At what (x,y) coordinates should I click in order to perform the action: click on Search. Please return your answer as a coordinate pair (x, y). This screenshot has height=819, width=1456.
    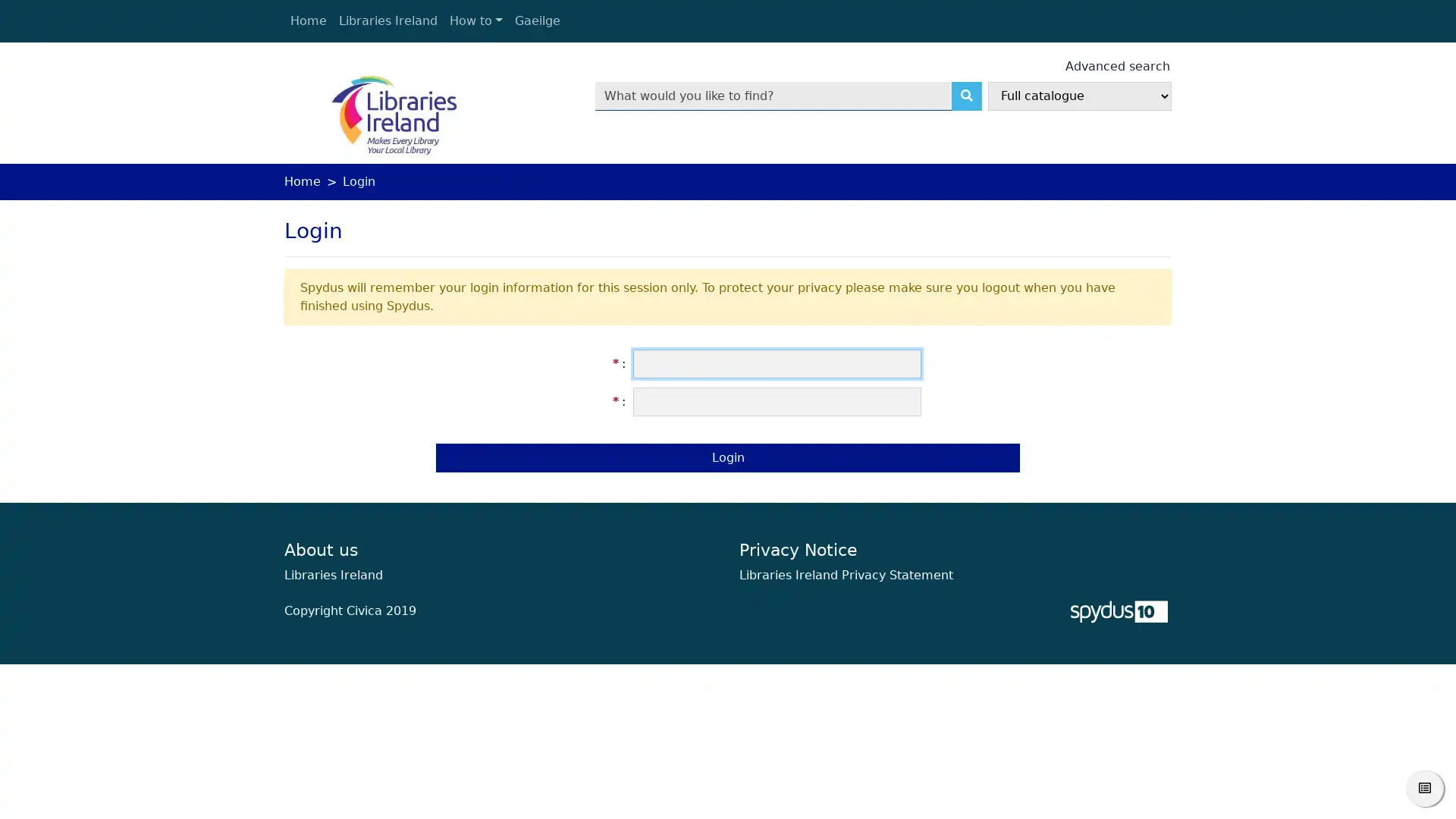
    Looking at the image, I should click on (966, 96).